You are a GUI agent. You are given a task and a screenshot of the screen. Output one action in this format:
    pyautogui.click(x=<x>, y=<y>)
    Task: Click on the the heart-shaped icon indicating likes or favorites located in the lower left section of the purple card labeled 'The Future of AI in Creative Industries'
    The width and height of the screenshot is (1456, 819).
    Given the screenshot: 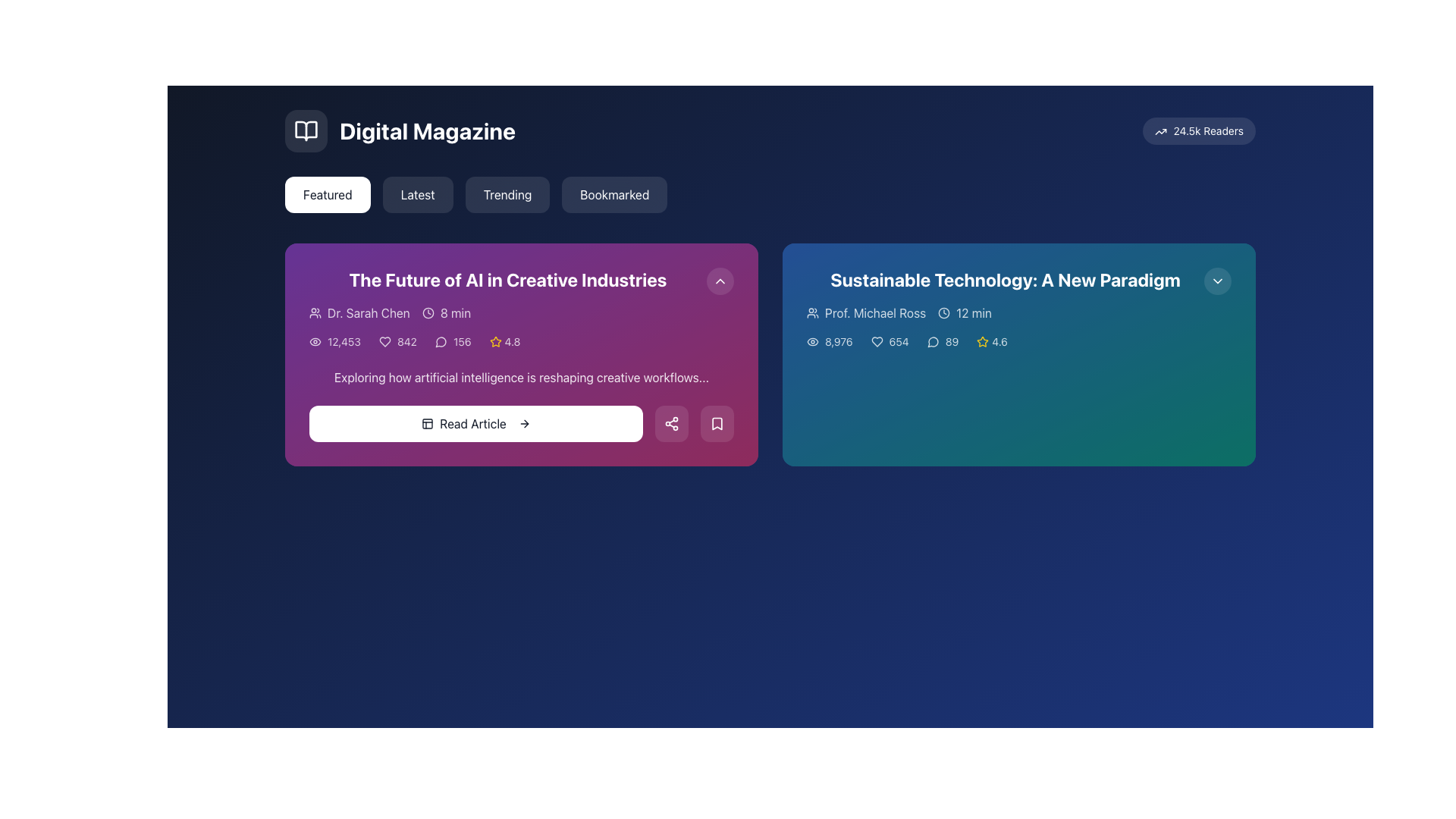 What is the action you would take?
    pyautogui.click(x=385, y=342)
    